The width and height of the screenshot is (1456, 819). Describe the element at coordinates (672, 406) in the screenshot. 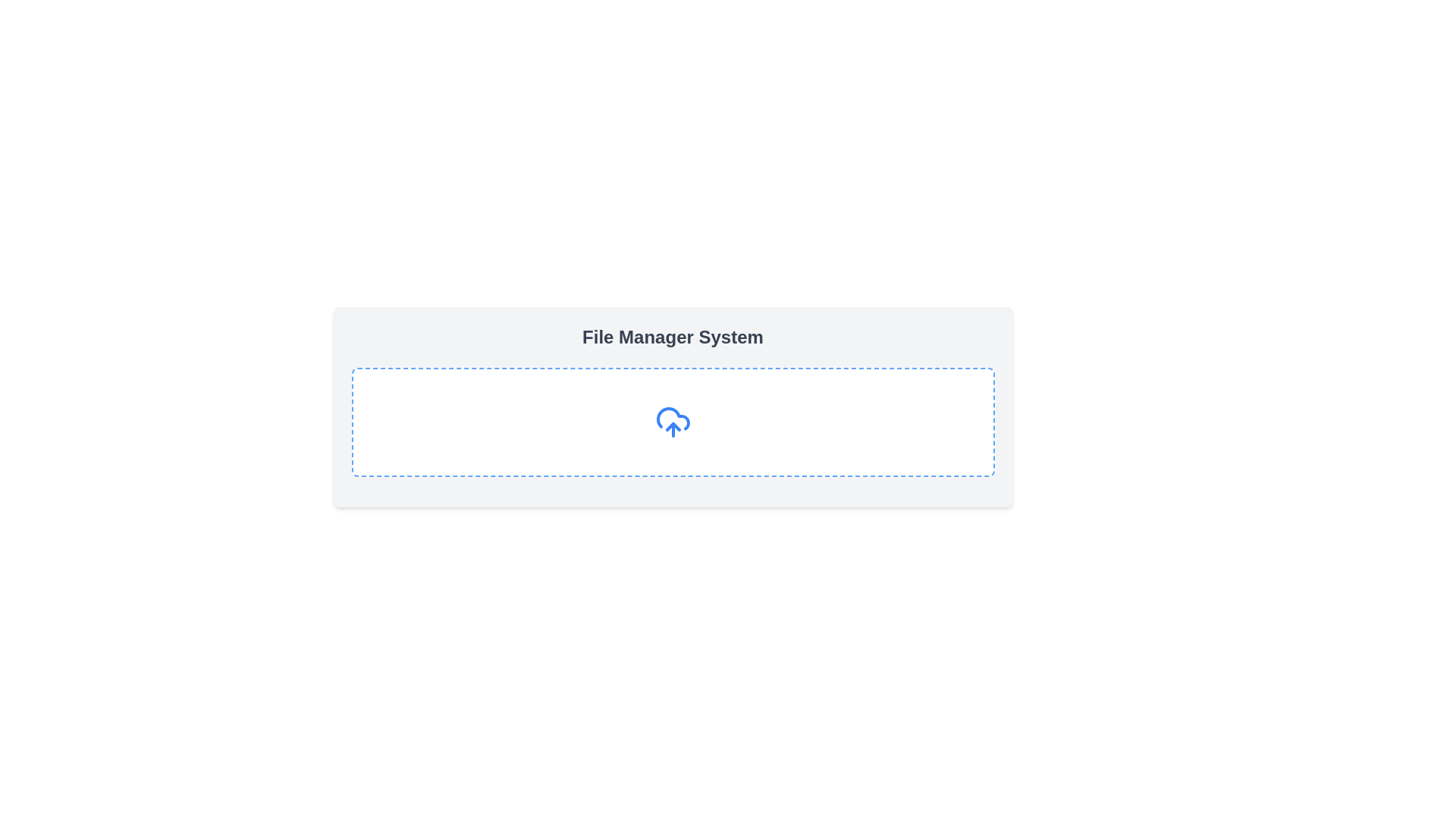

I see `the centered section containing the text 'File Manager System' in bold, gray font, which includes a large dashed box with a cloud-upload icon in blue at the center` at that location.